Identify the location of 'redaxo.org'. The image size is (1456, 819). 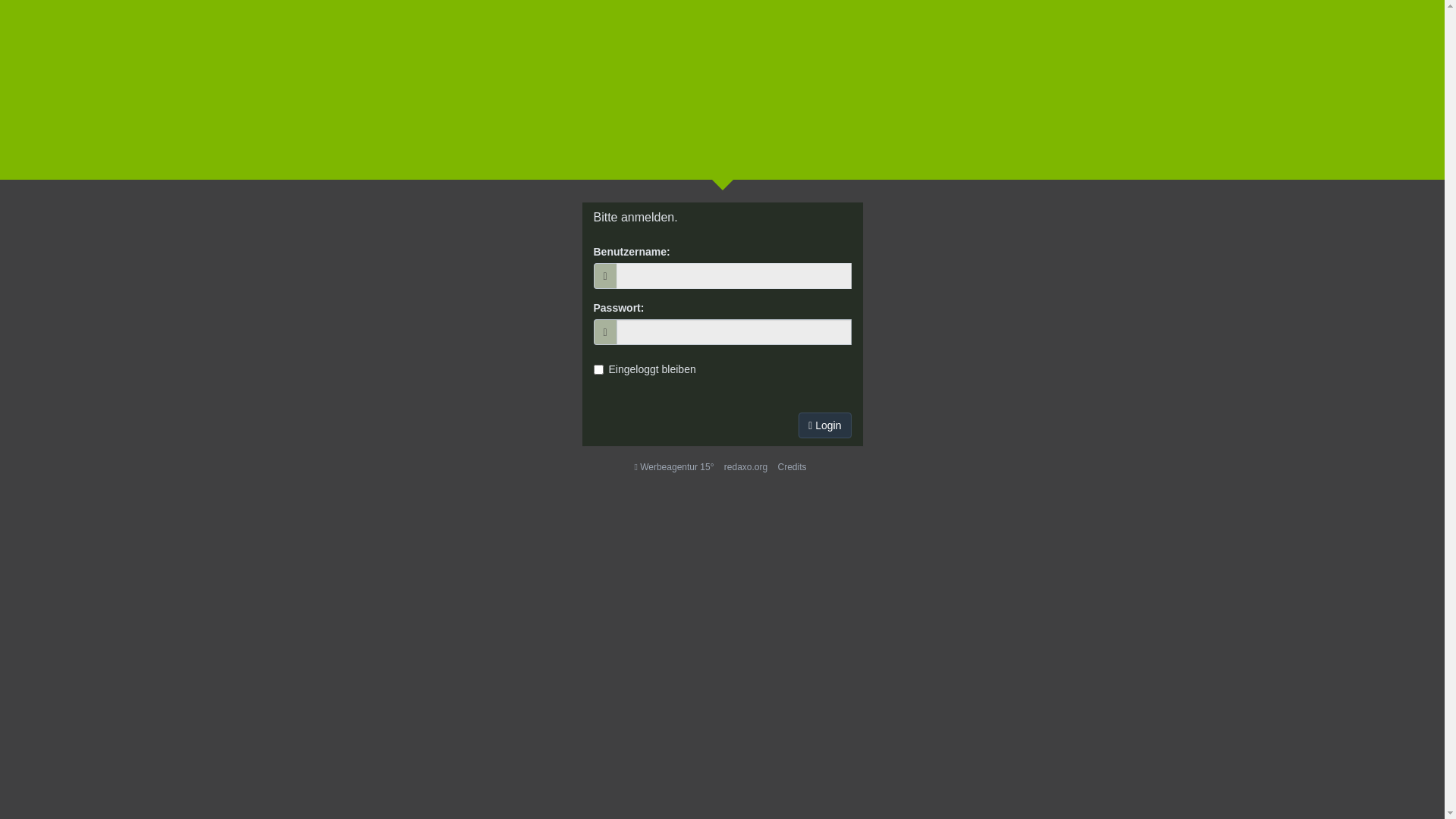
(745, 466).